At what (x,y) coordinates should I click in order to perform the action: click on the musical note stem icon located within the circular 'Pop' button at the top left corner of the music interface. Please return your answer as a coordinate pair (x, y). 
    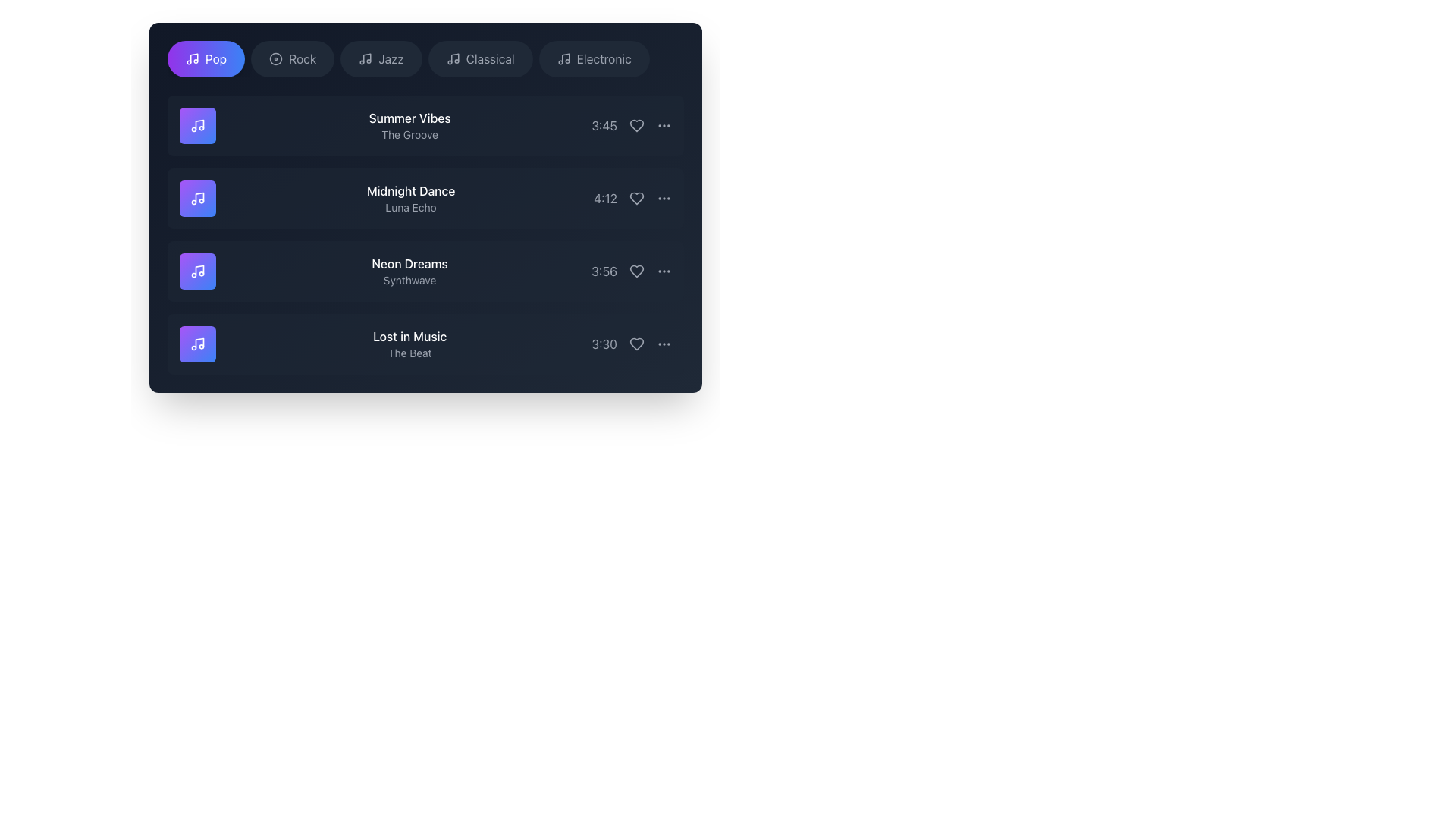
    Looking at the image, I should click on (193, 57).